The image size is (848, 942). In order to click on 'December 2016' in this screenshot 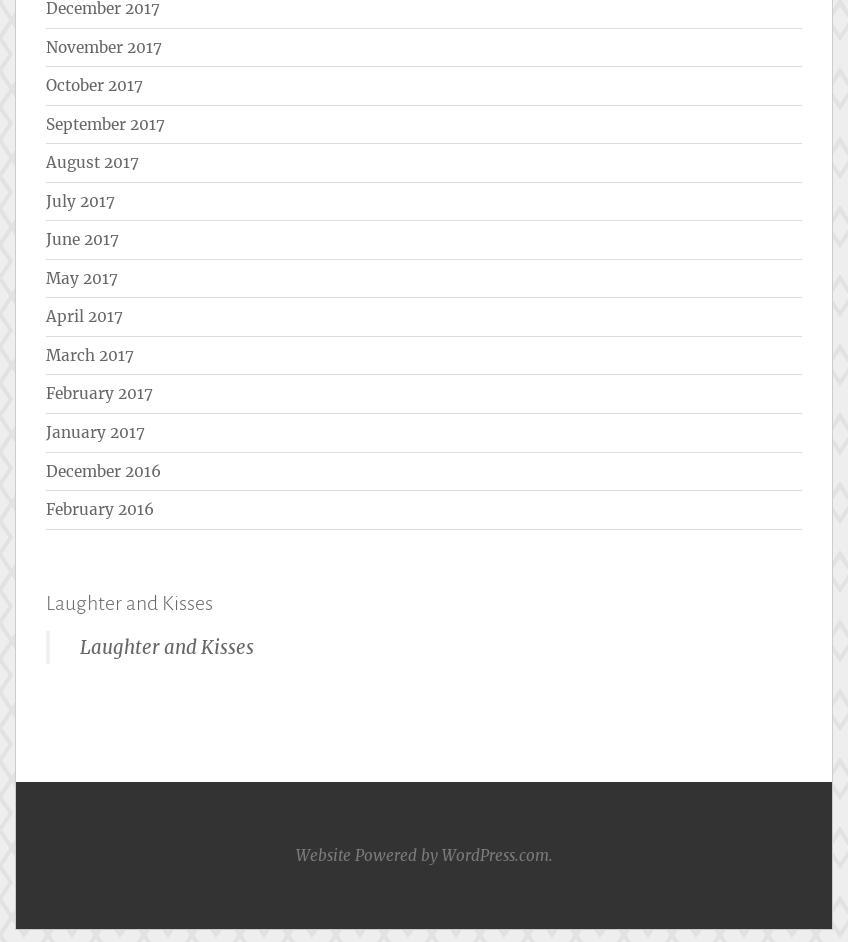, I will do `click(103, 469)`.